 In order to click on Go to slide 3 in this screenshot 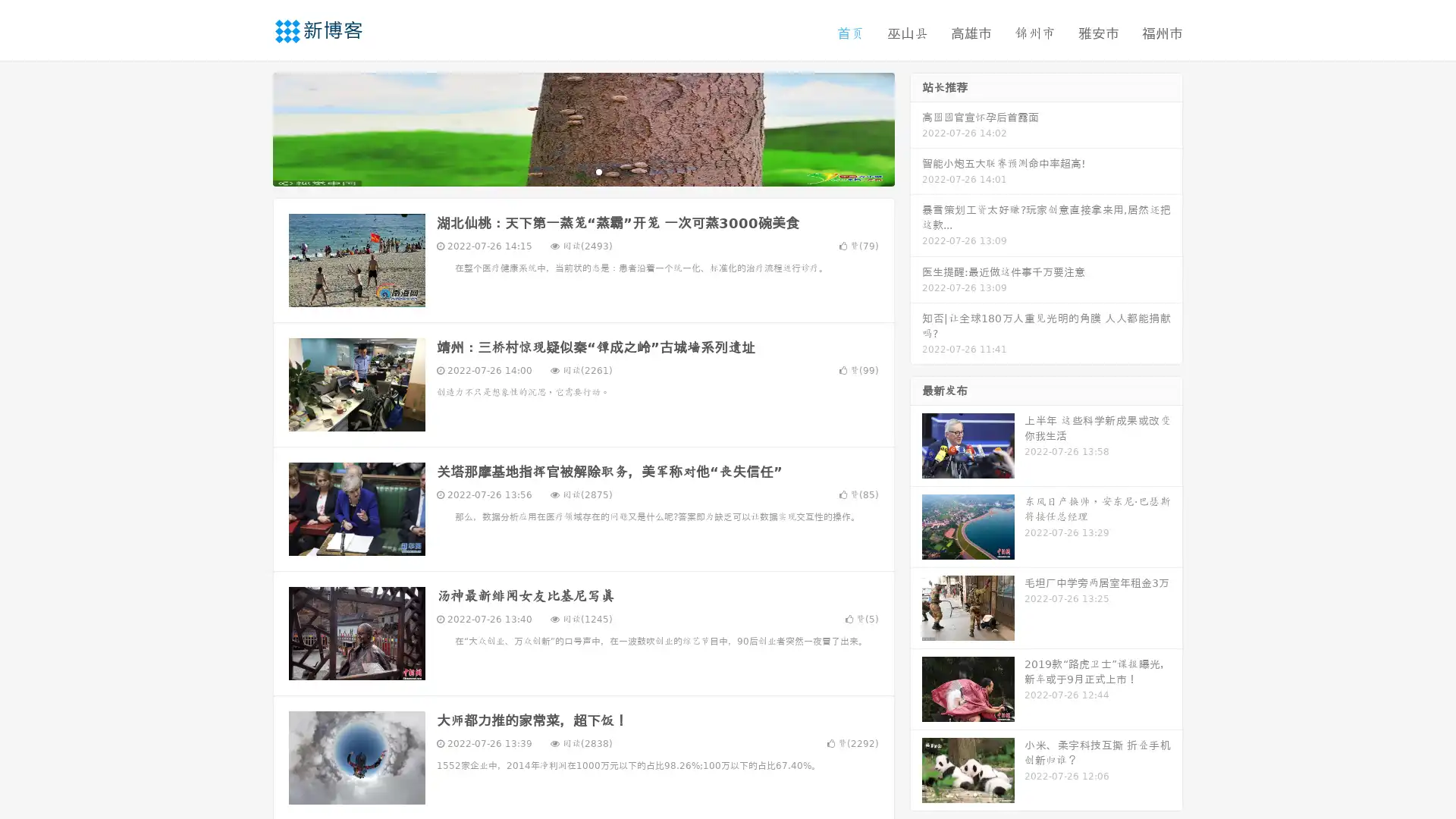, I will do `click(598, 171)`.